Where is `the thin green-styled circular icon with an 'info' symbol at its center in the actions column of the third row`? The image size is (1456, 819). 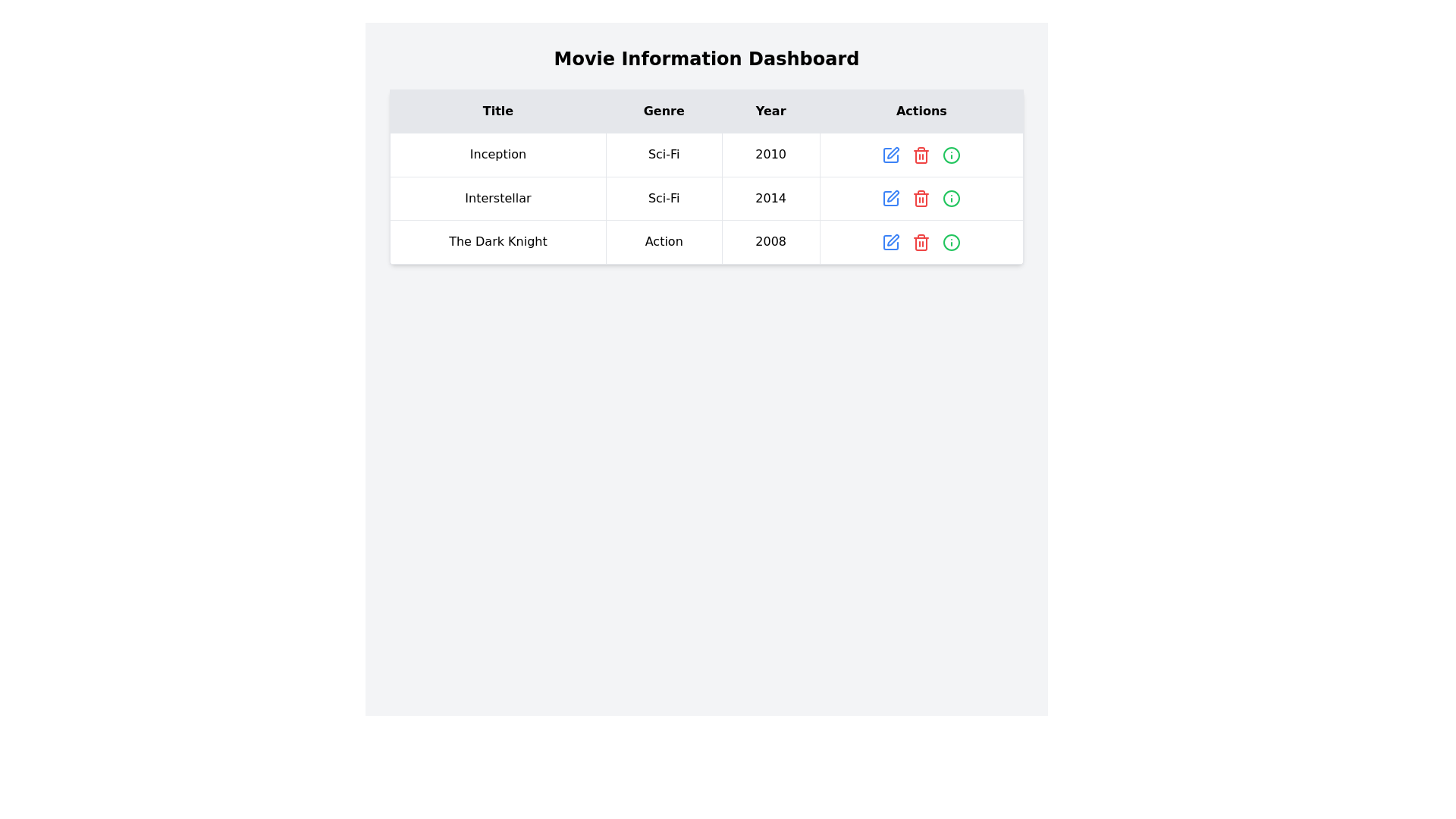 the thin green-styled circular icon with an 'info' symbol at its center in the actions column of the third row is located at coordinates (951, 241).